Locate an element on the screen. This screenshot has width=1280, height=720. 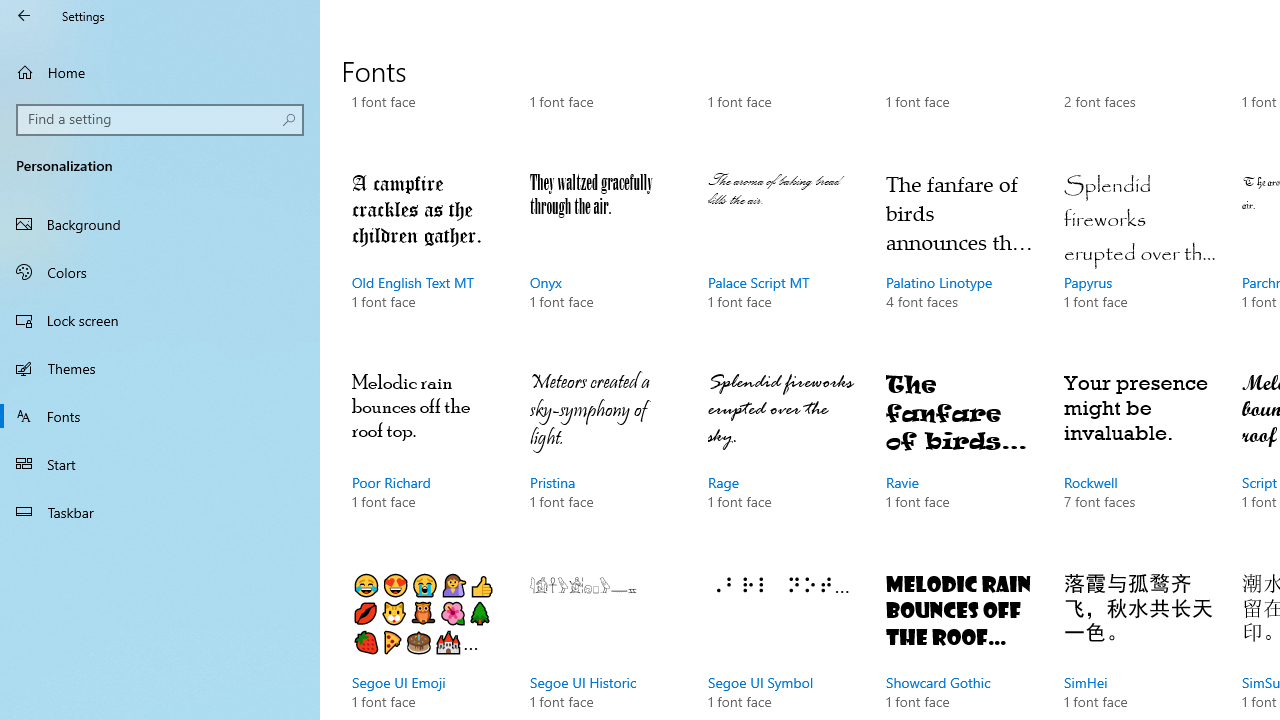
'Rockwell, 7 font faces' is located at coordinates (1139, 460).